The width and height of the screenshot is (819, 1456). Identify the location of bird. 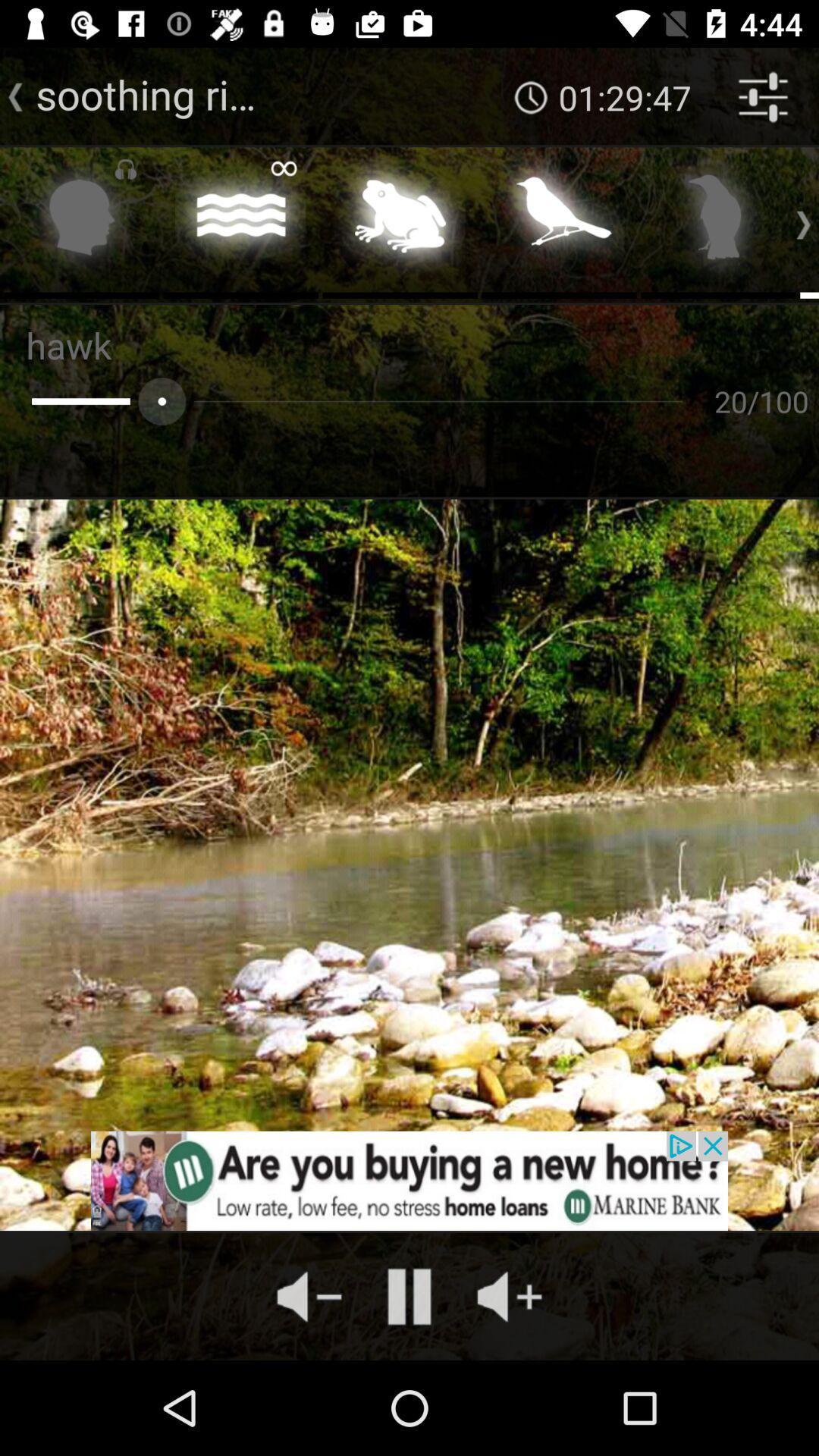
(717, 221).